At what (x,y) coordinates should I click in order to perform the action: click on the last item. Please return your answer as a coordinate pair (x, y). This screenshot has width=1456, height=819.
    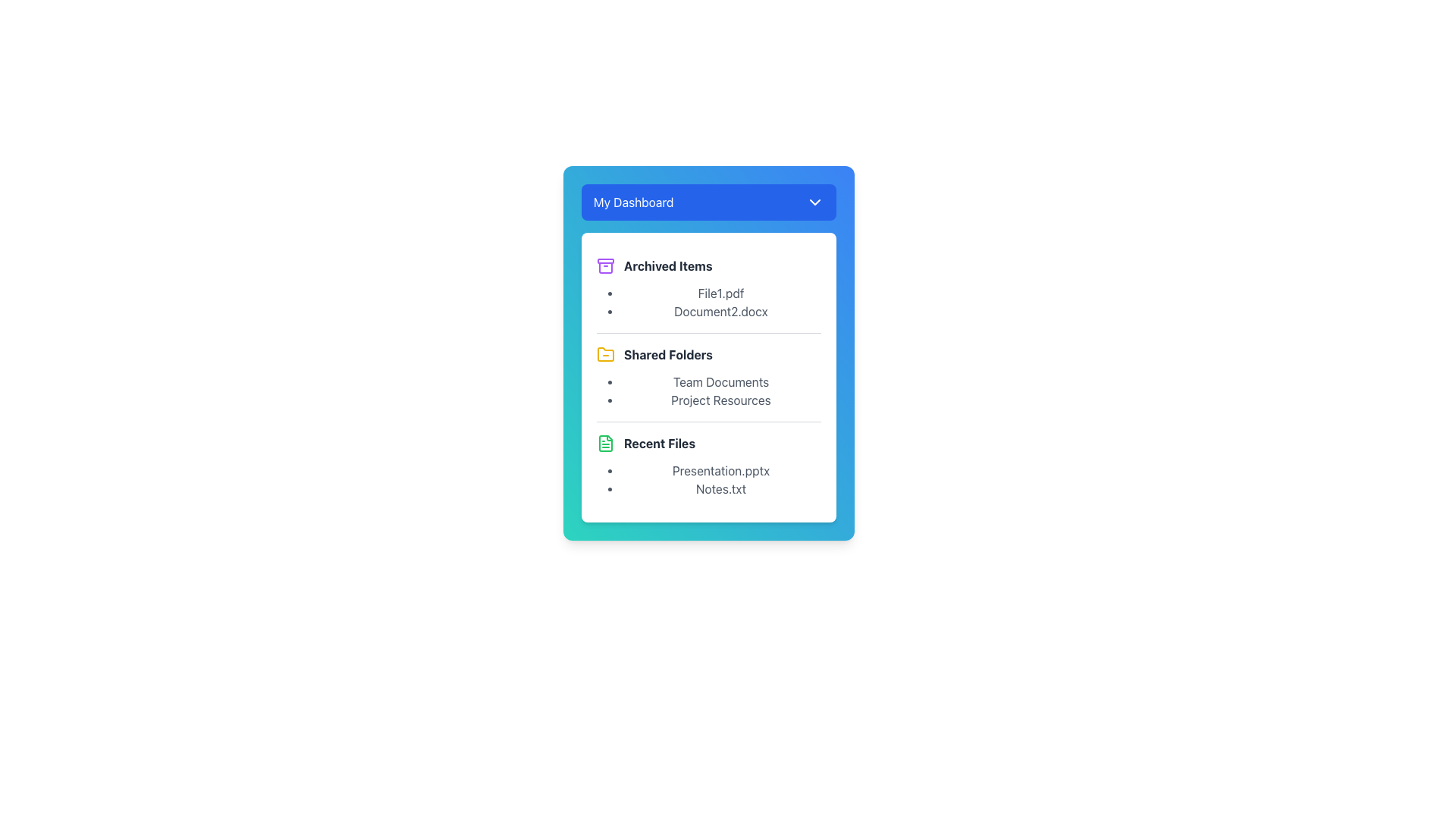
    Looking at the image, I should click on (708, 479).